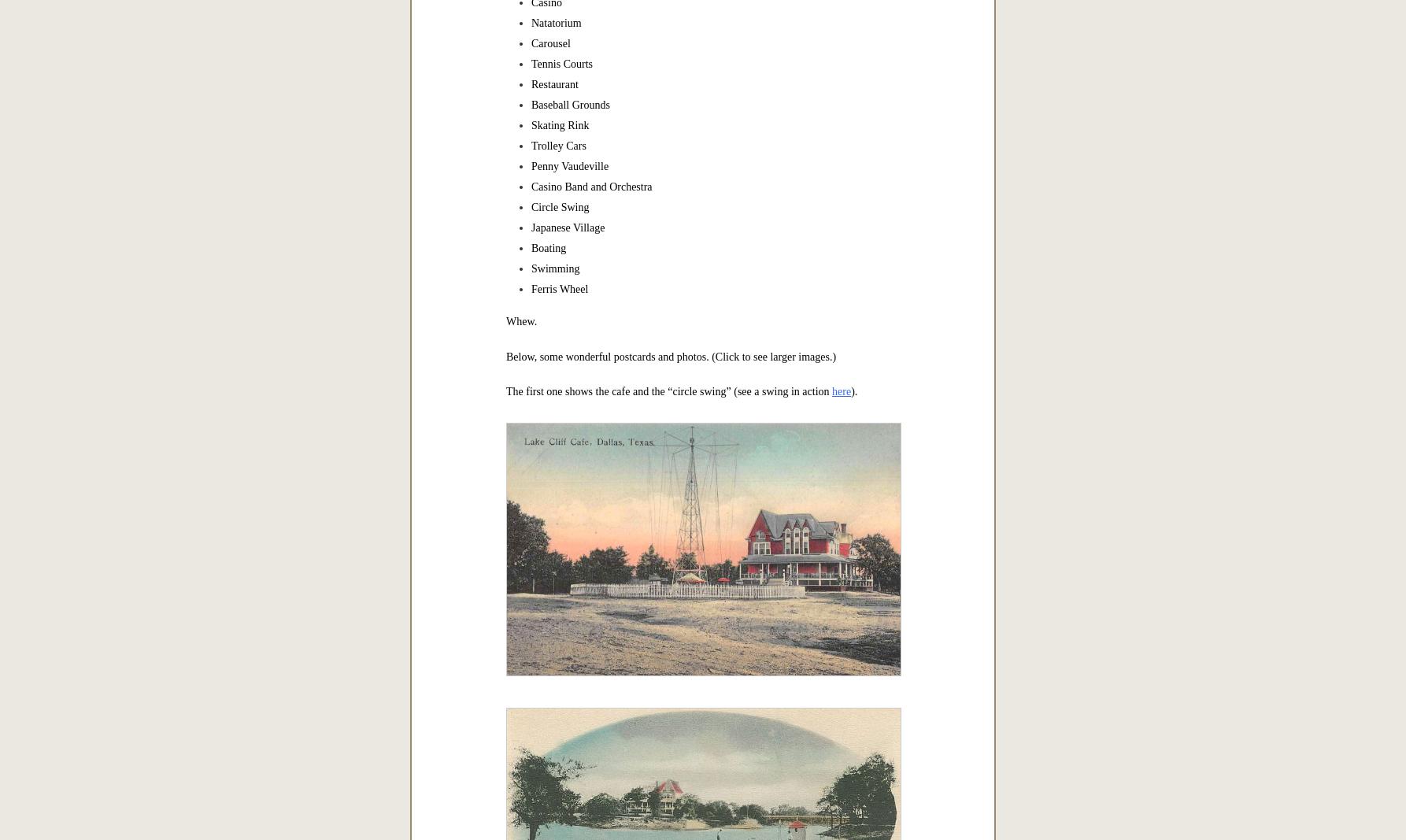 The height and width of the screenshot is (840, 1406). Describe the element at coordinates (555, 268) in the screenshot. I see `'Swimming'` at that location.